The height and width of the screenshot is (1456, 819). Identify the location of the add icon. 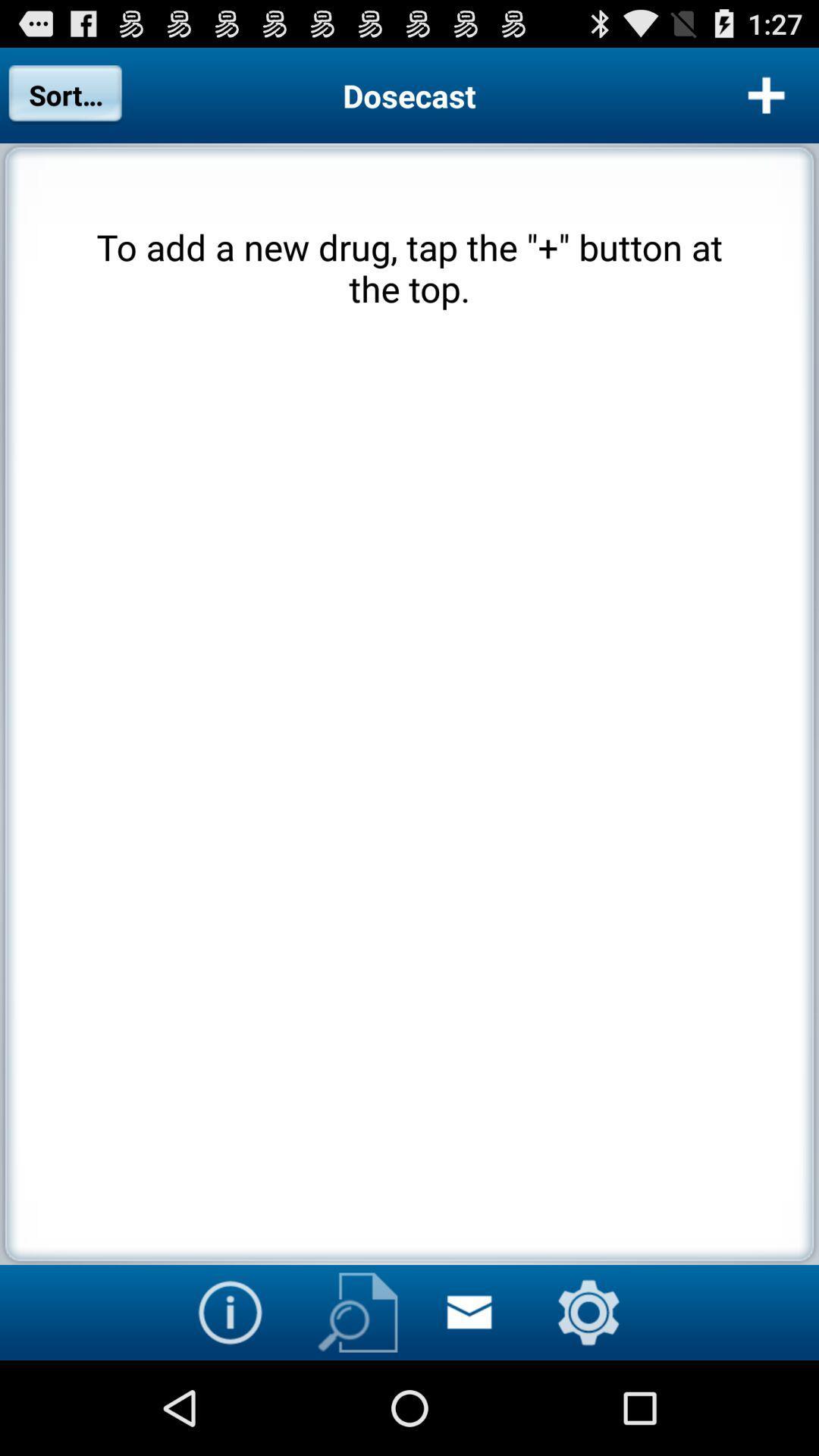
(767, 101).